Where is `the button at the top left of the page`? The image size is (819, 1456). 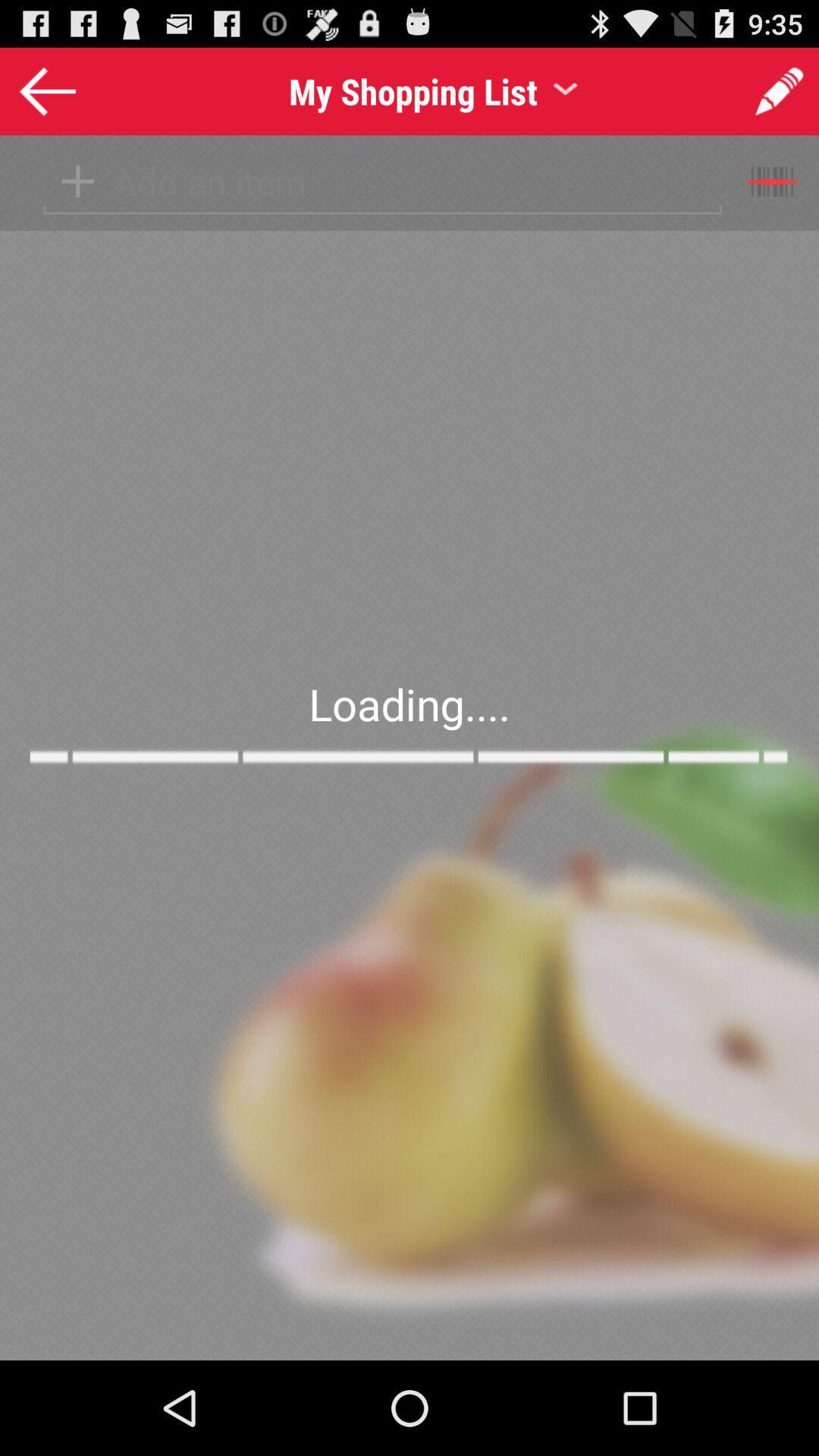
the button at the top left of the page is located at coordinates (46, 89).